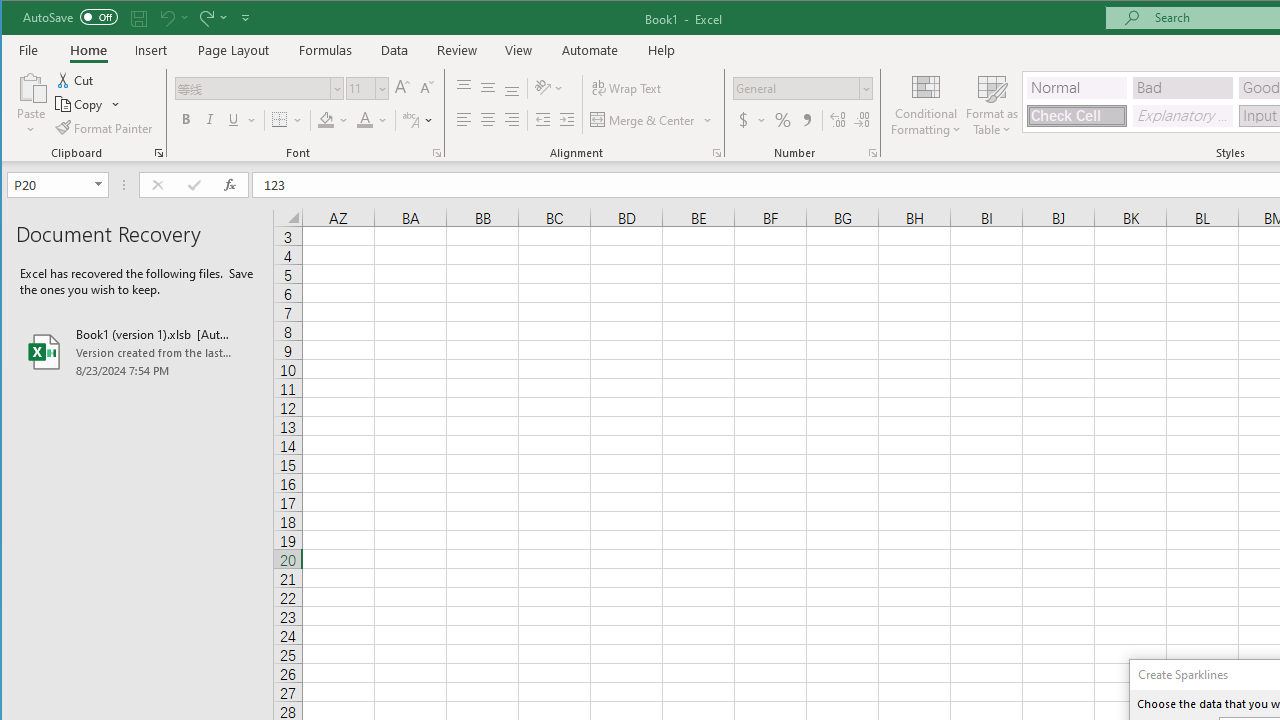  I want to click on 'Format Cell Number', so click(872, 152).